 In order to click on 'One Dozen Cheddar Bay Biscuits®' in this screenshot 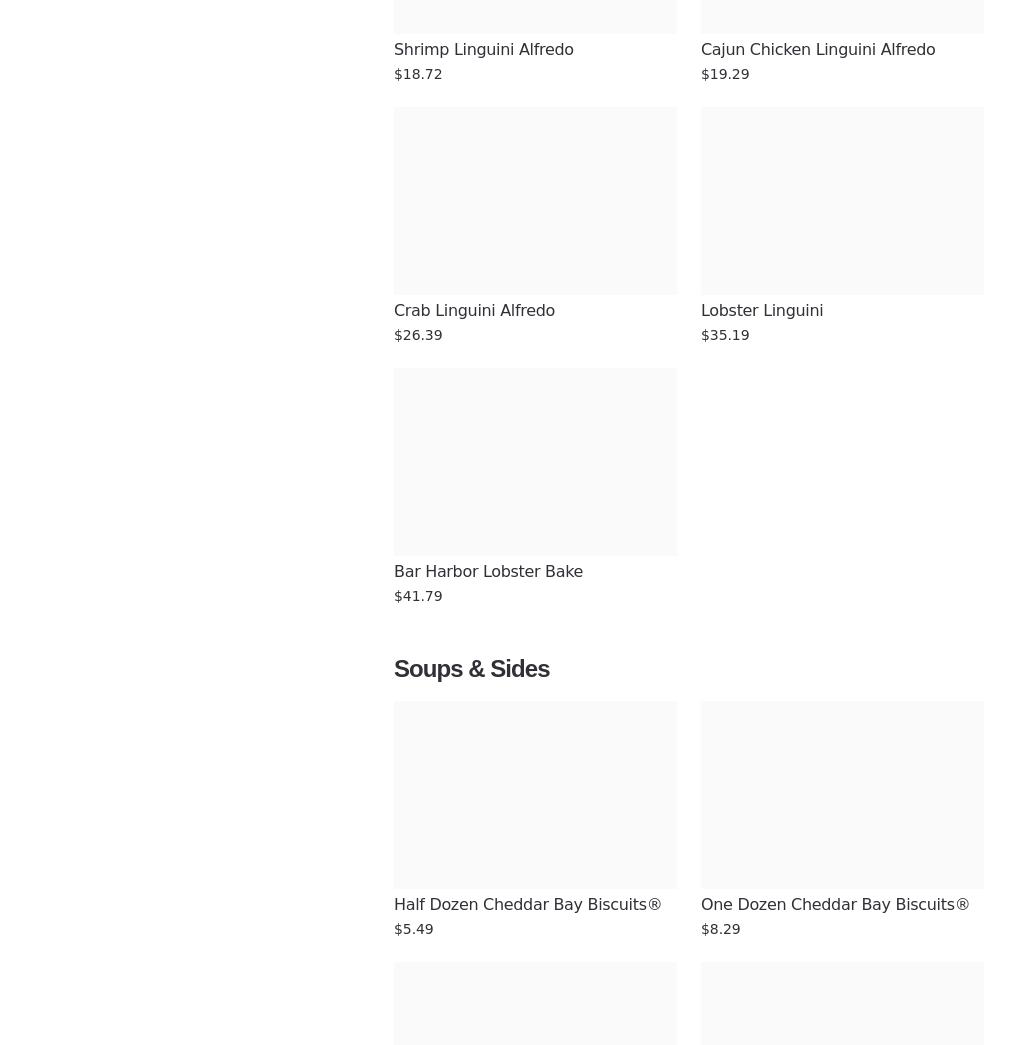, I will do `click(834, 904)`.